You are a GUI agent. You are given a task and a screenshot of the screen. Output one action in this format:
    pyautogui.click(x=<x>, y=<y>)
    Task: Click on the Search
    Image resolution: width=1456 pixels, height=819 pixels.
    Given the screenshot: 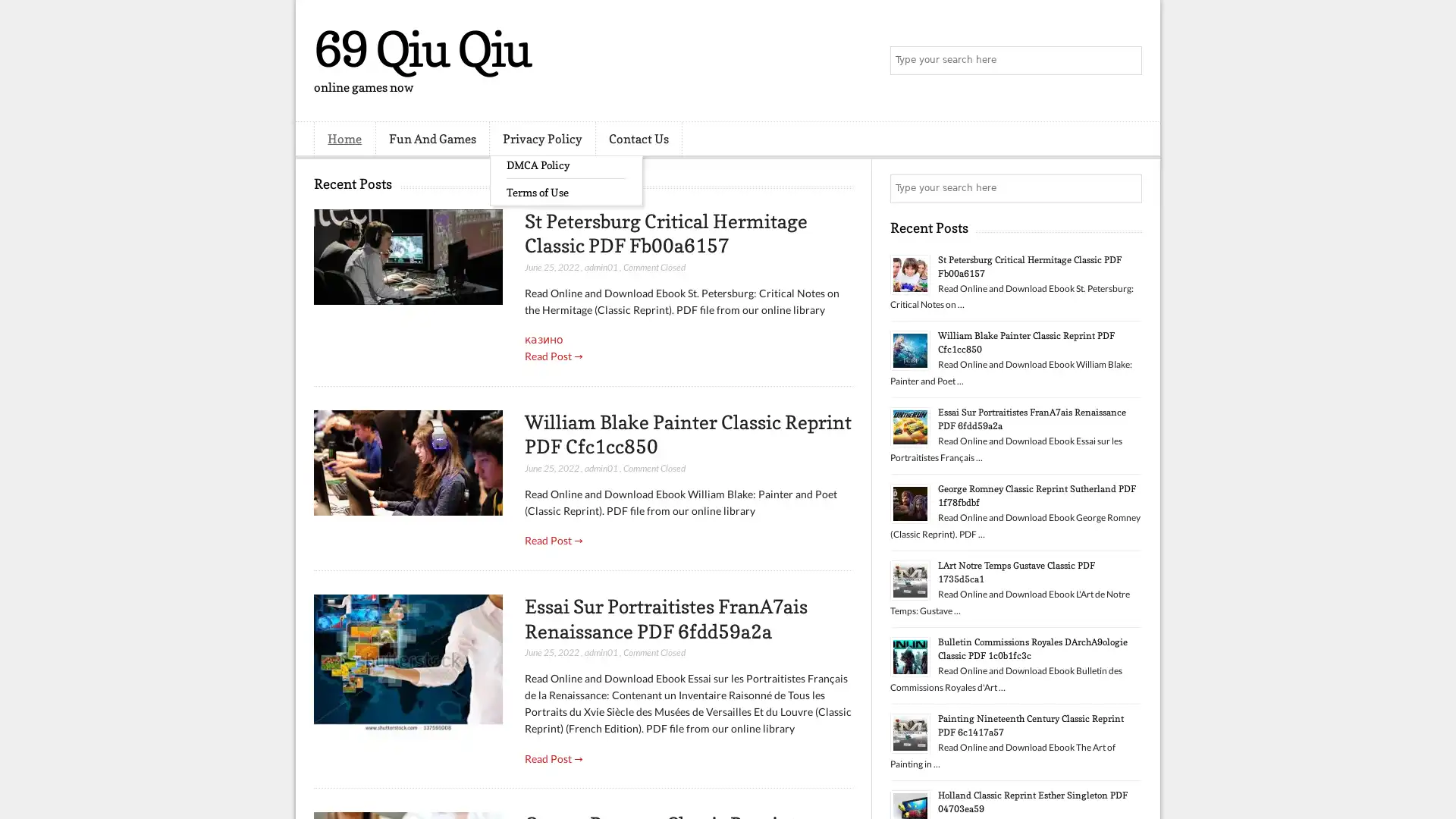 What is the action you would take?
    pyautogui.click(x=1126, y=188)
    